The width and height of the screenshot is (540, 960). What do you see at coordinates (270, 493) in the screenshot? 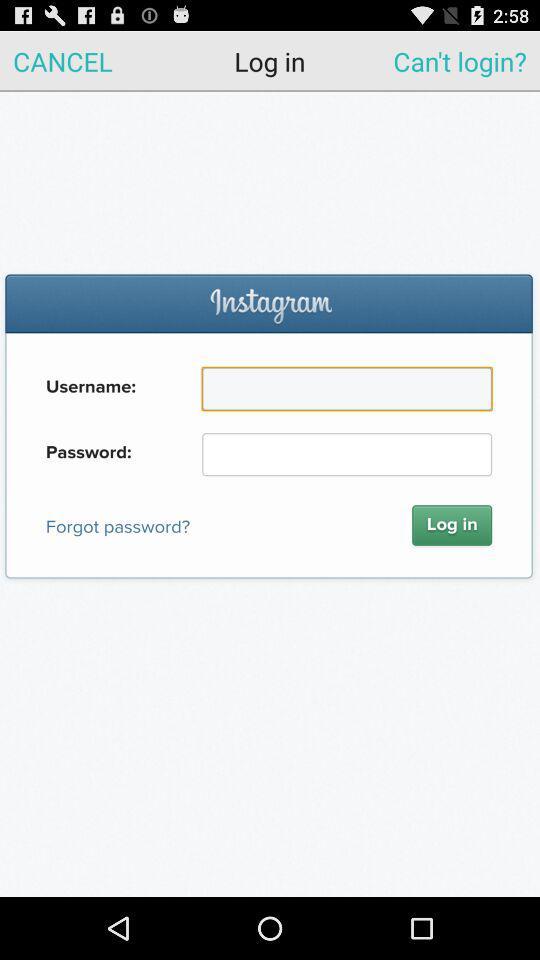
I see `login menu` at bounding box center [270, 493].